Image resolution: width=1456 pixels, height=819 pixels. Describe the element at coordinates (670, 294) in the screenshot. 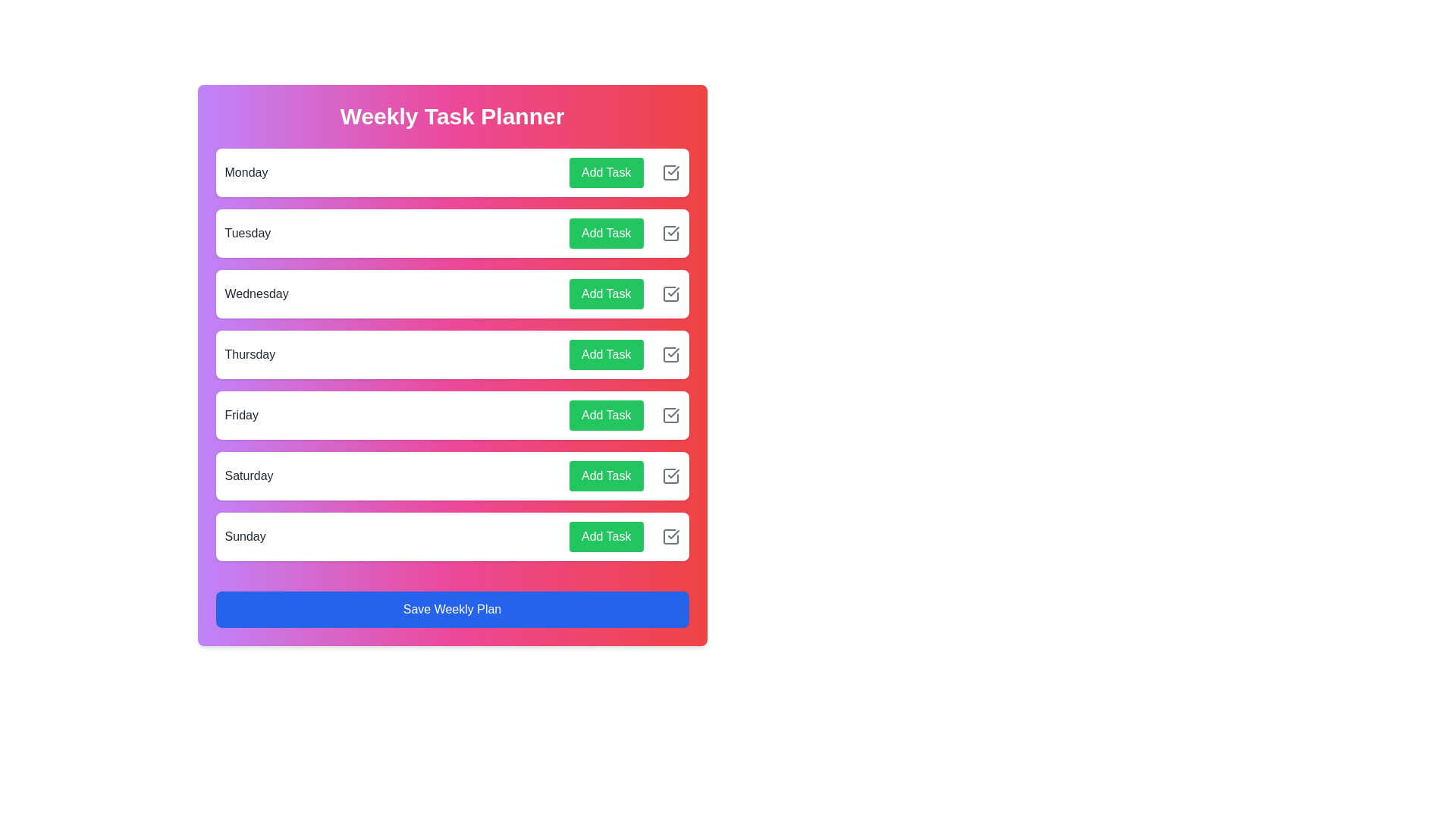

I see `the checkbox icon for Wednesday to mark the task as completed` at that location.